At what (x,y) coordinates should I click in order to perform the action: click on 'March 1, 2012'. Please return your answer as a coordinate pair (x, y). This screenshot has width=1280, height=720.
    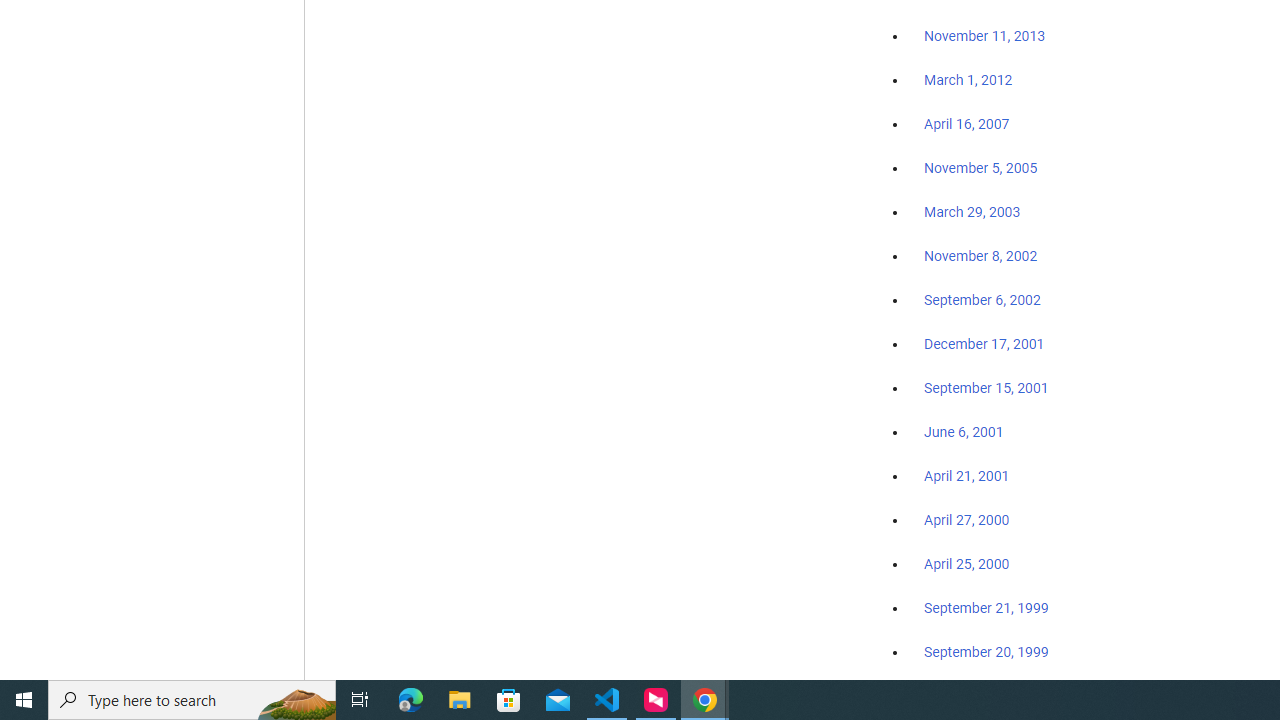
    Looking at the image, I should click on (968, 80).